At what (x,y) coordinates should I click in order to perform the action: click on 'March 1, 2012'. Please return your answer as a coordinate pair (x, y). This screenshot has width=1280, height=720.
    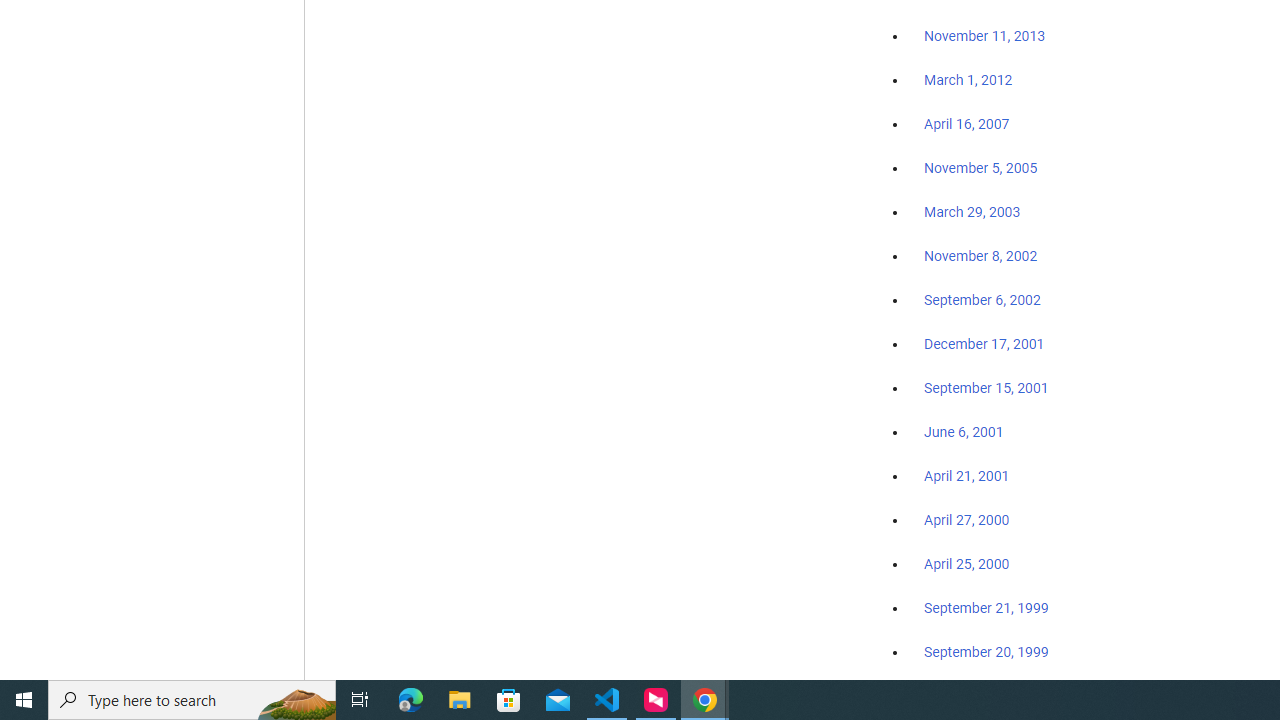
    Looking at the image, I should click on (968, 80).